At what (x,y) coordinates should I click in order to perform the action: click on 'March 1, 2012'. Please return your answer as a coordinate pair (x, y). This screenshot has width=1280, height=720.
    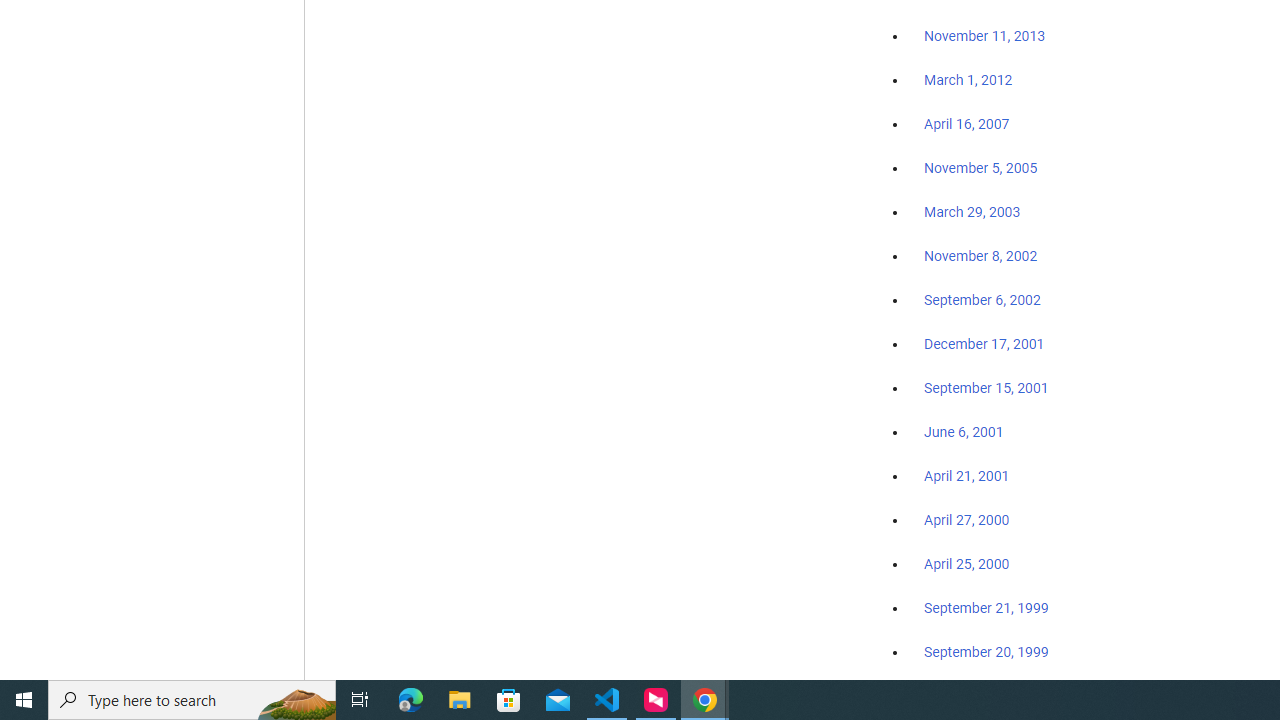
    Looking at the image, I should click on (968, 80).